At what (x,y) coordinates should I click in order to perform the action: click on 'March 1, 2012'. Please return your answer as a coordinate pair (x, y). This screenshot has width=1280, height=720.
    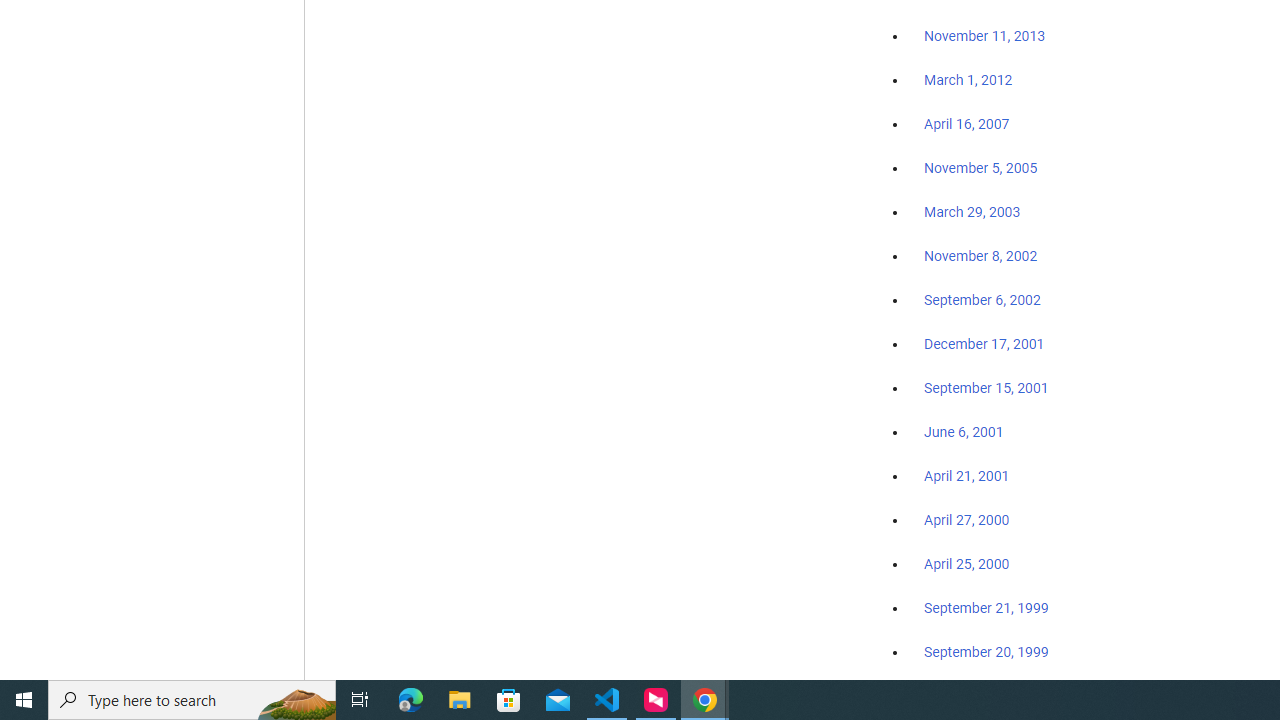
    Looking at the image, I should click on (968, 80).